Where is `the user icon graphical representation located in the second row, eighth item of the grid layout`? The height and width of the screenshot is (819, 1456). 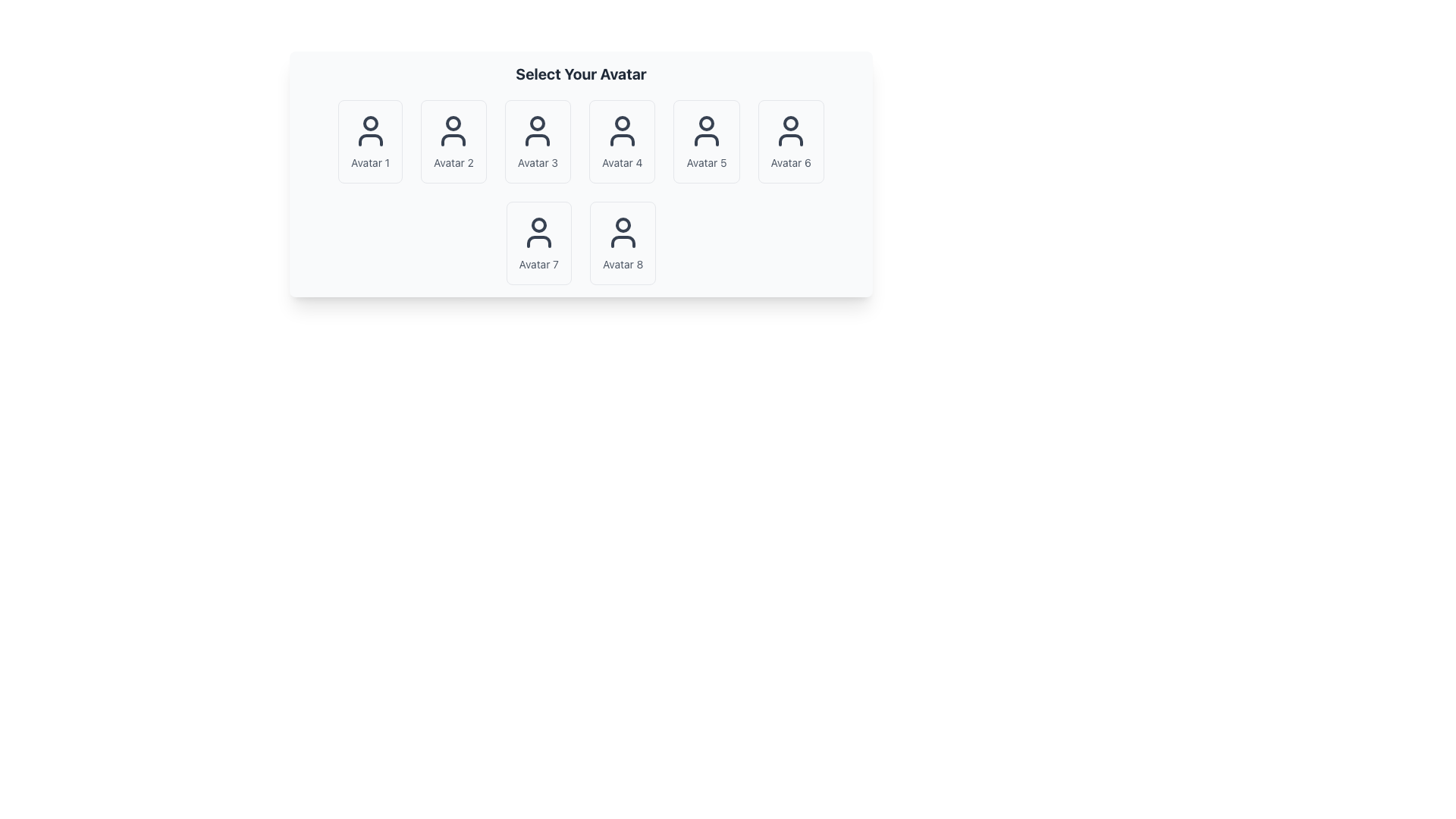
the user icon graphical representation located in the second row, eighth item of the grid layout is located at coordinates (623, 241).